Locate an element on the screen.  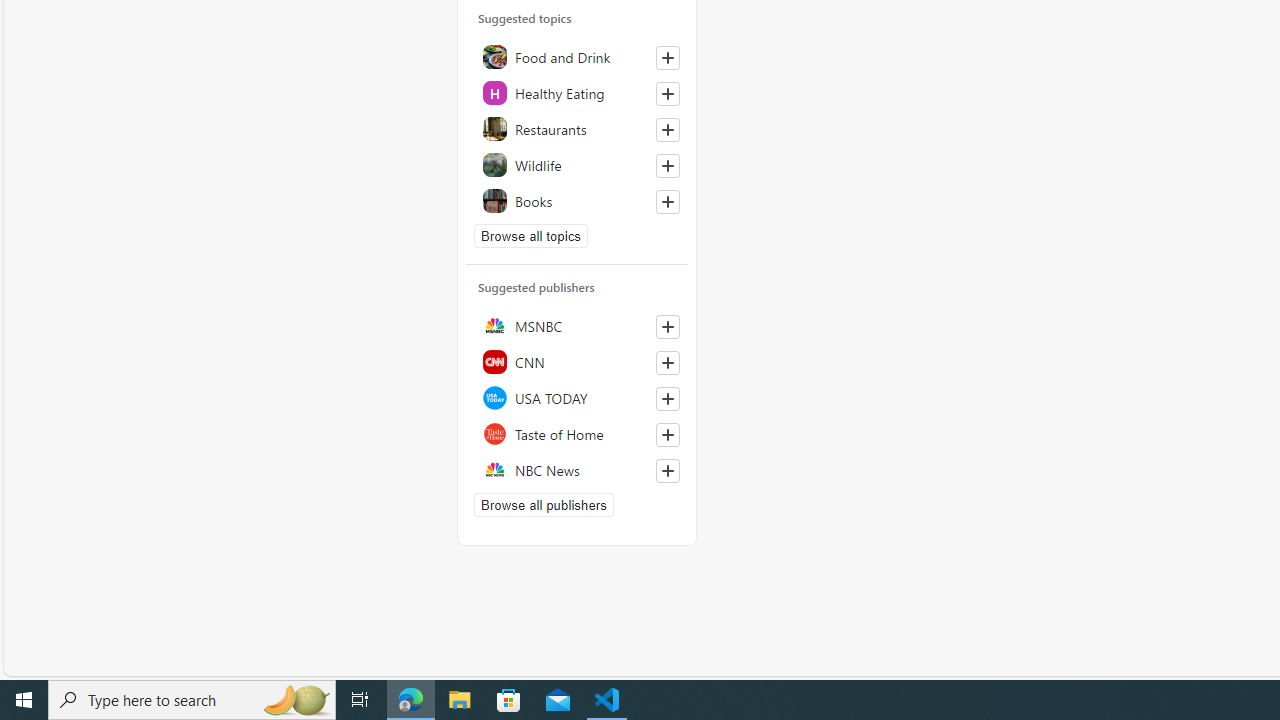
'Healthy Eating' is located at coordinates (576, 93).